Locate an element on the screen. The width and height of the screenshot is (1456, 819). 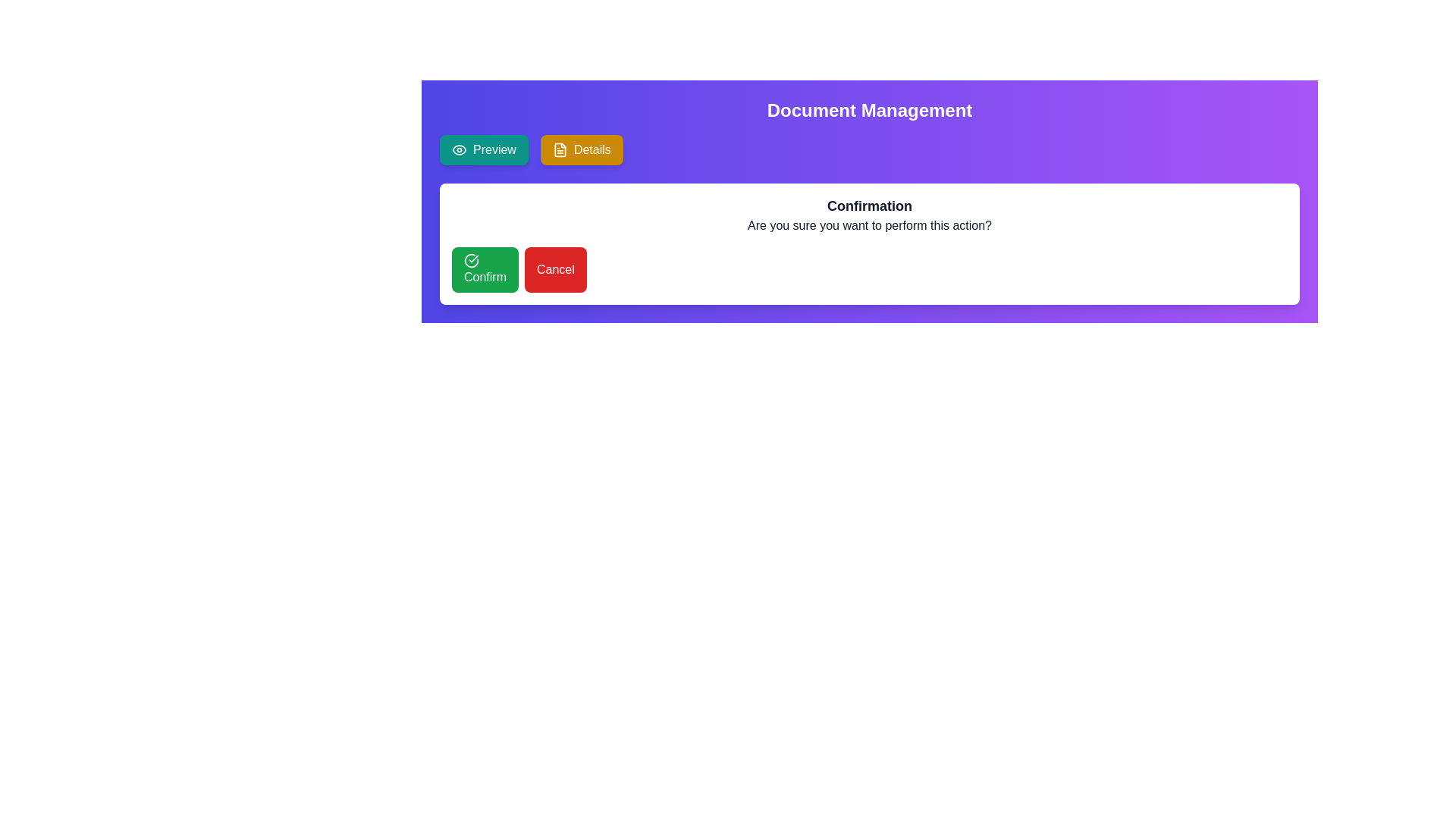
the green circular icon with a check mark inside the 'Confirm' button located in the bottom left section of the interface is located at coordinates (471, 259).